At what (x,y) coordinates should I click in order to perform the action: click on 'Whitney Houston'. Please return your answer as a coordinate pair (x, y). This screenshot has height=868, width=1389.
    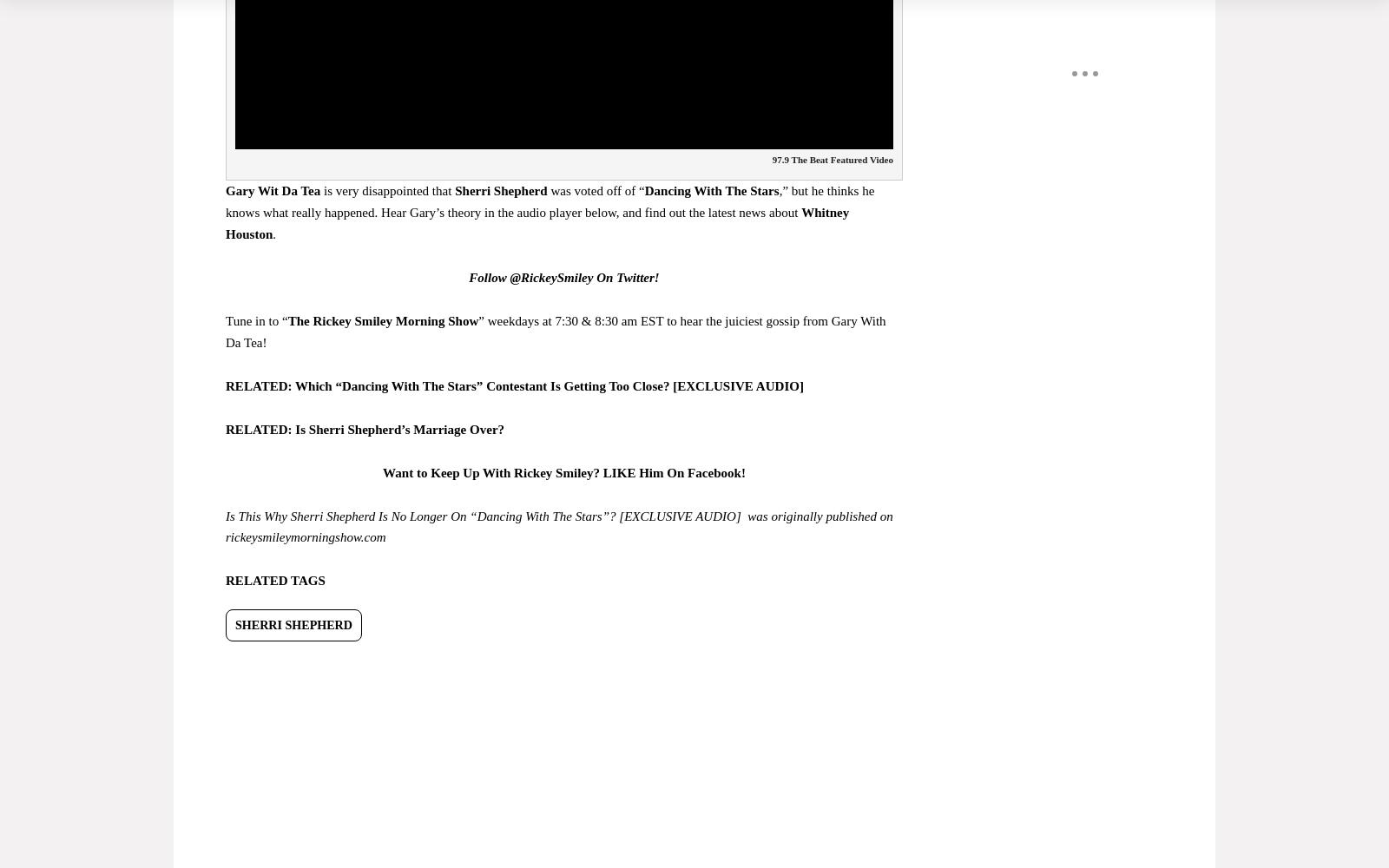
    Looking at the image, I should click on (537, 223).